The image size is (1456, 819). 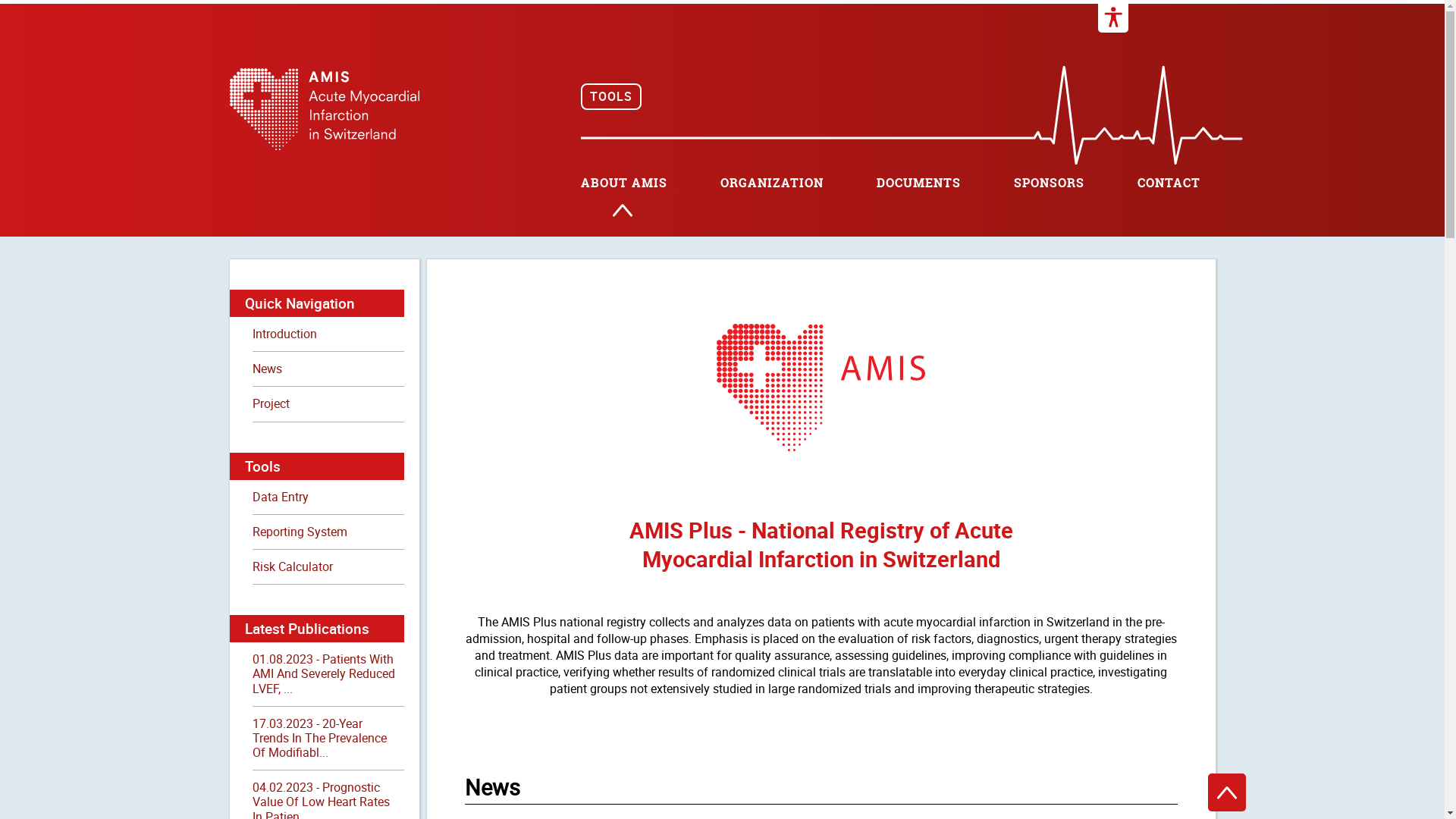 I want to click on 'Introduction', so click(x=327, y=333).